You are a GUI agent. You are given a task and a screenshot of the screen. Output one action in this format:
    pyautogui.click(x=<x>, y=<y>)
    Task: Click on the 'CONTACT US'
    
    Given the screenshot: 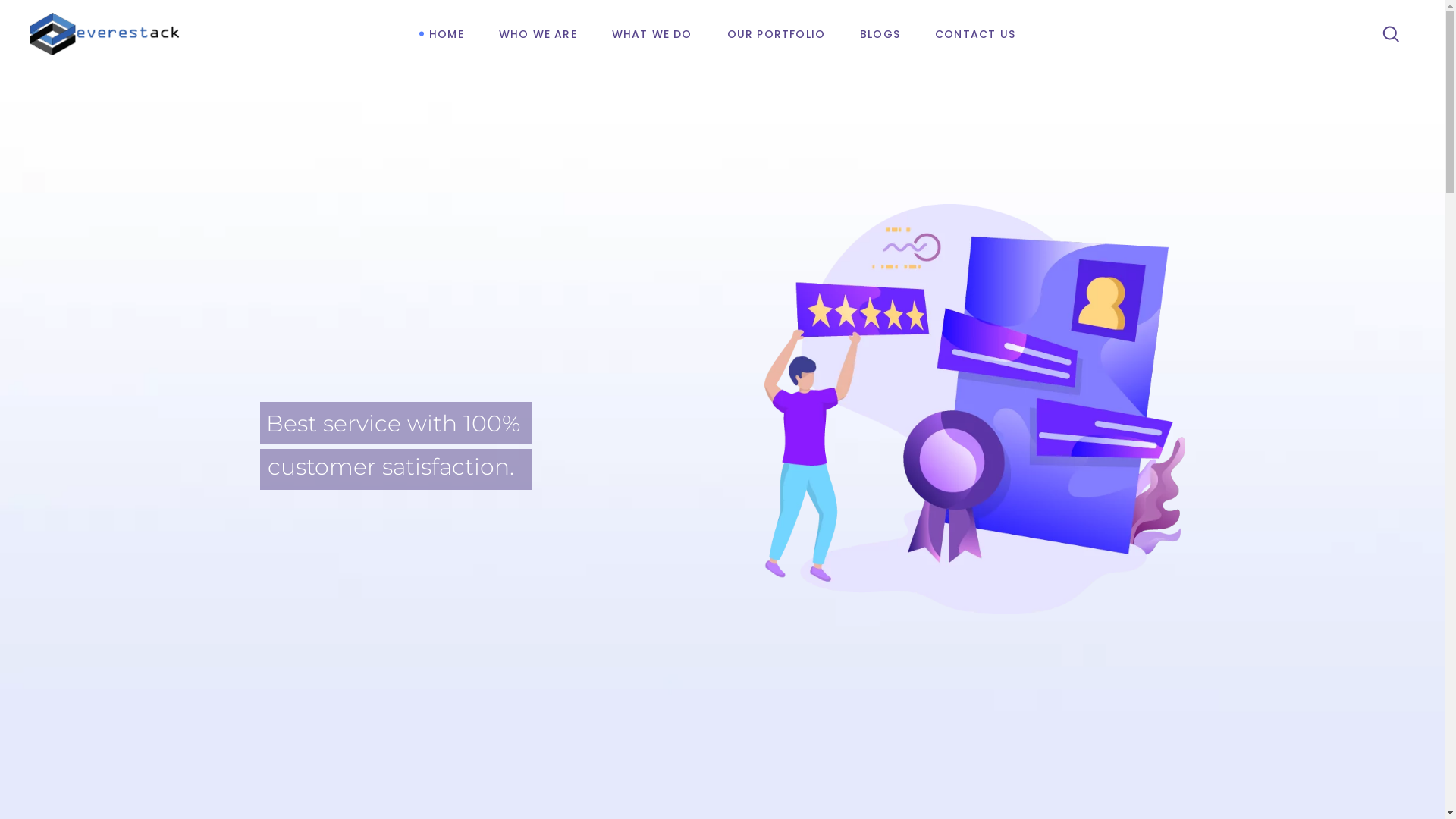 What is the action you would take?
    pyautogui.click(x=975, y=34)
    